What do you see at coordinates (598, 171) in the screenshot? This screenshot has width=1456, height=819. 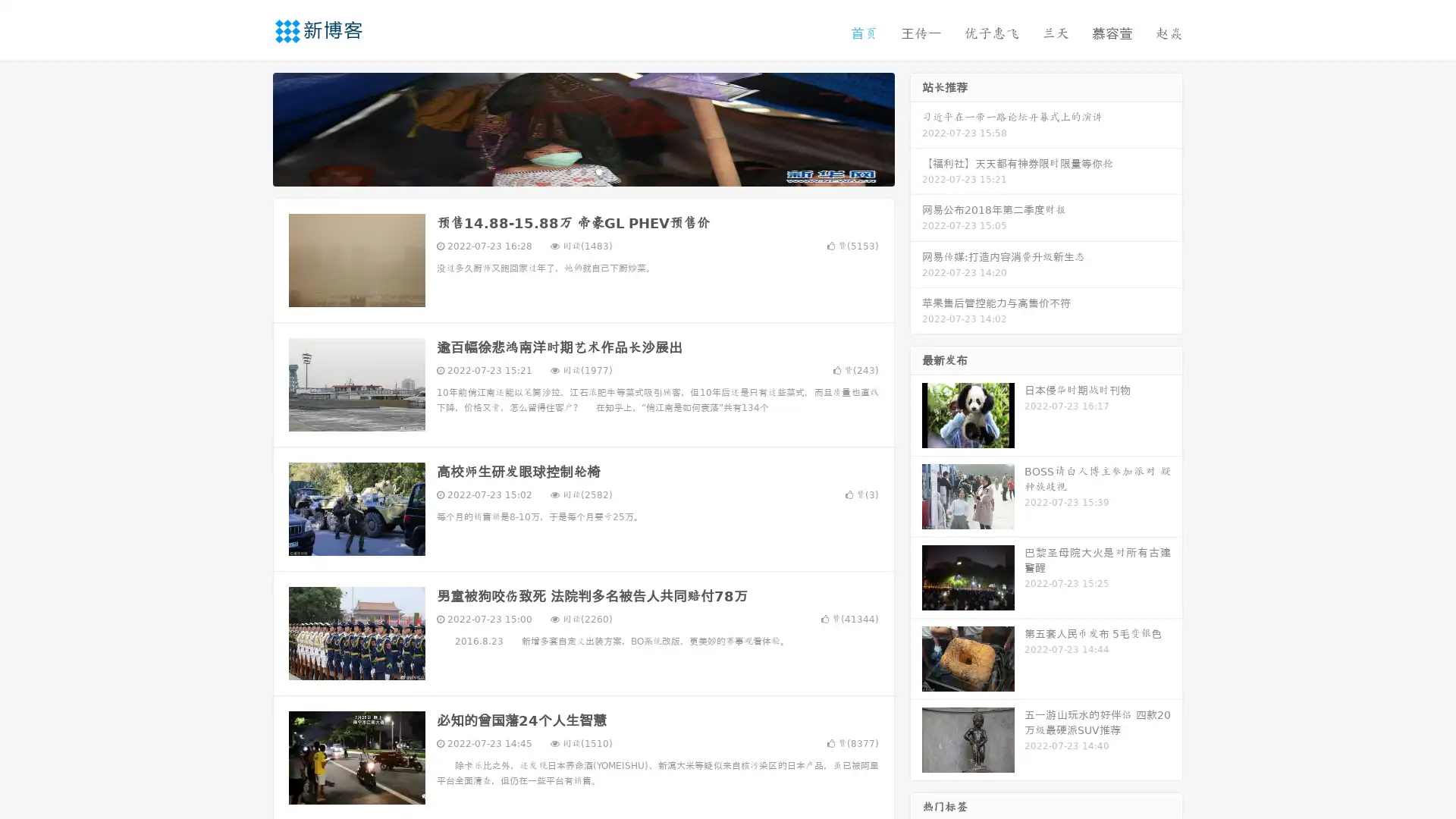 I see `Go to slide 3` at bounding box center [598, 171].